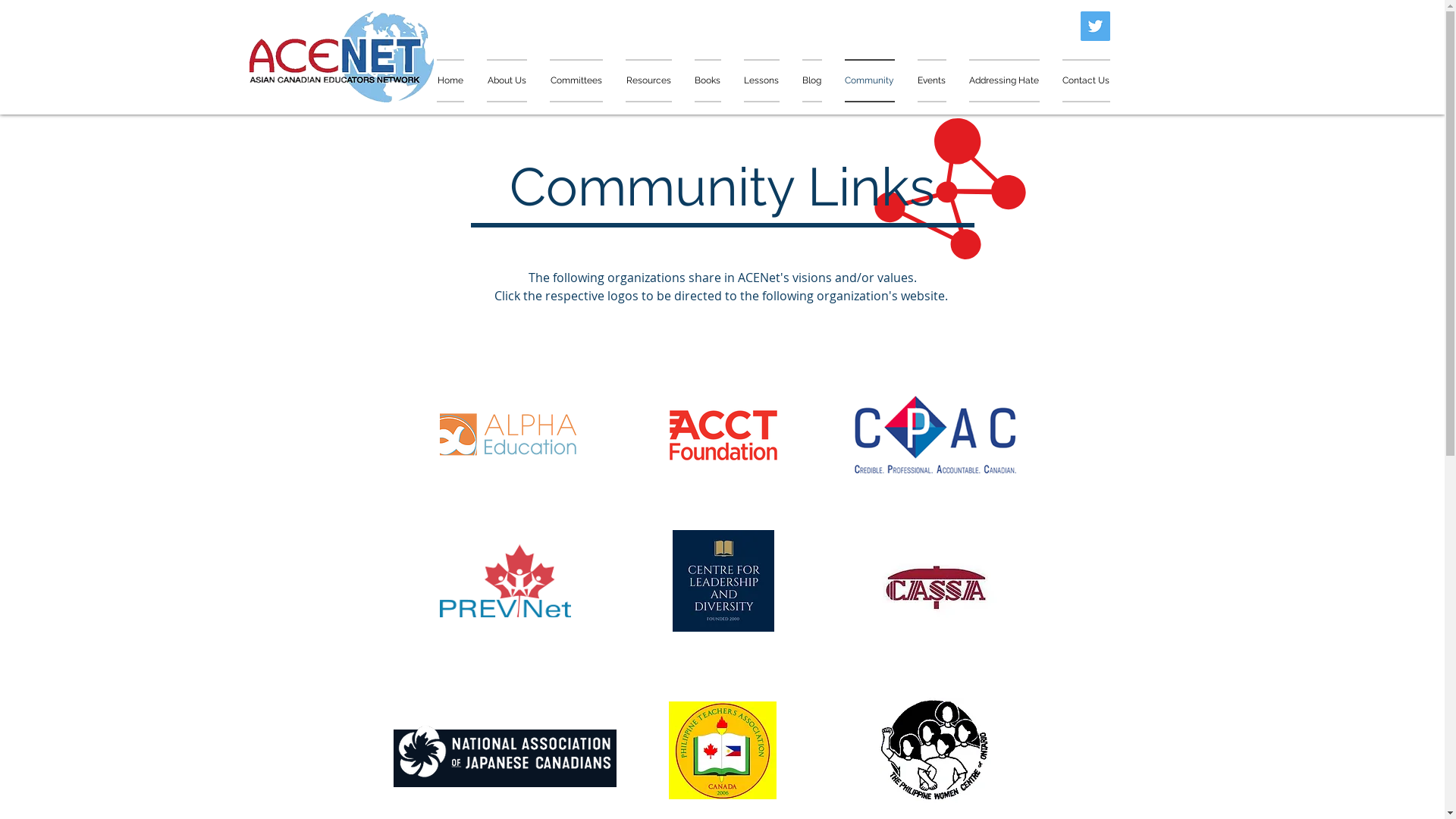 The width and height of the screenshot is (1456, 819). I want to click on 'Community', so click(869, 80).